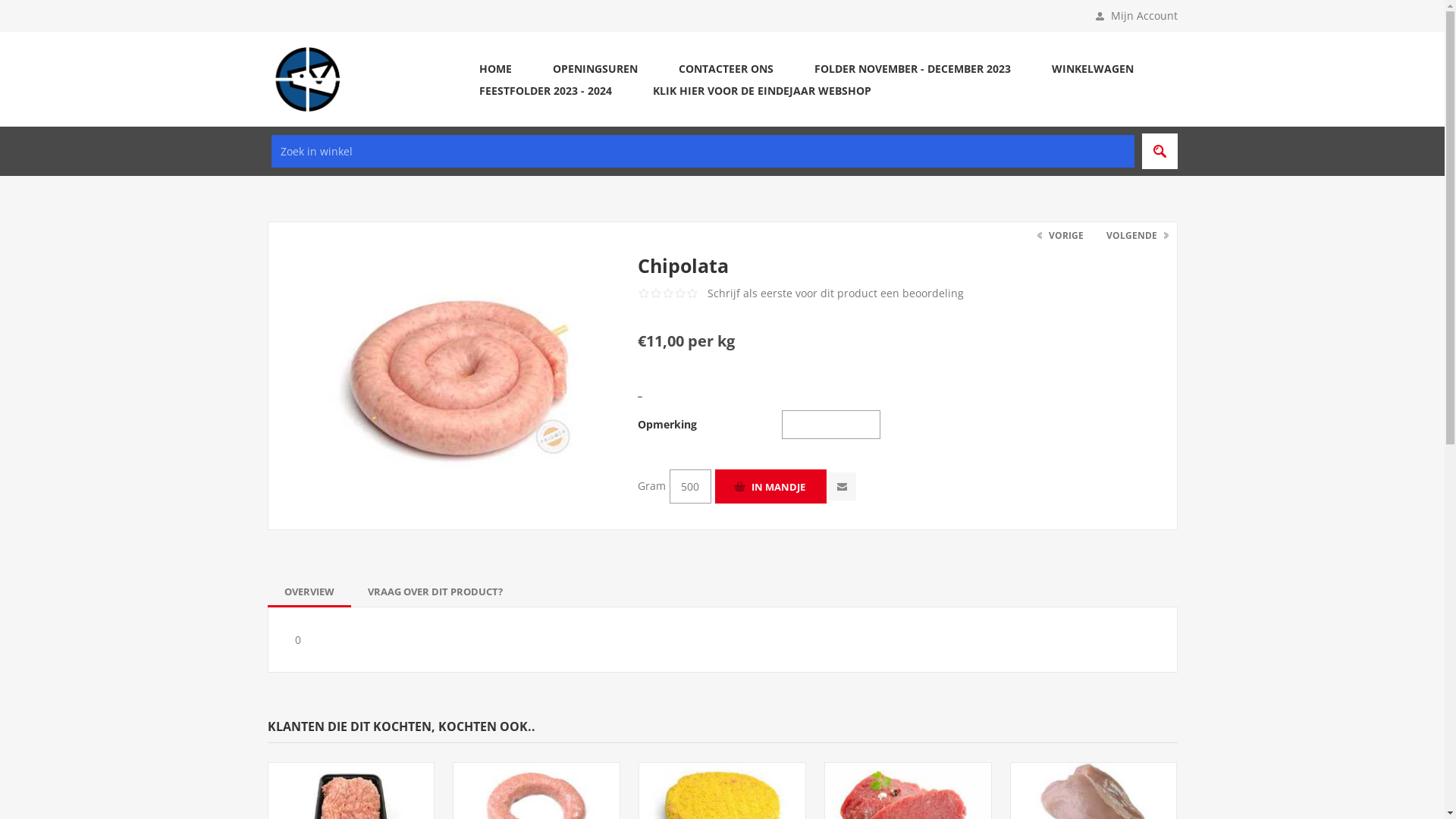  Describe the element at coordinates (658, 68) in the screenshot. I see `'CONTACTEER ONS'` at that location.